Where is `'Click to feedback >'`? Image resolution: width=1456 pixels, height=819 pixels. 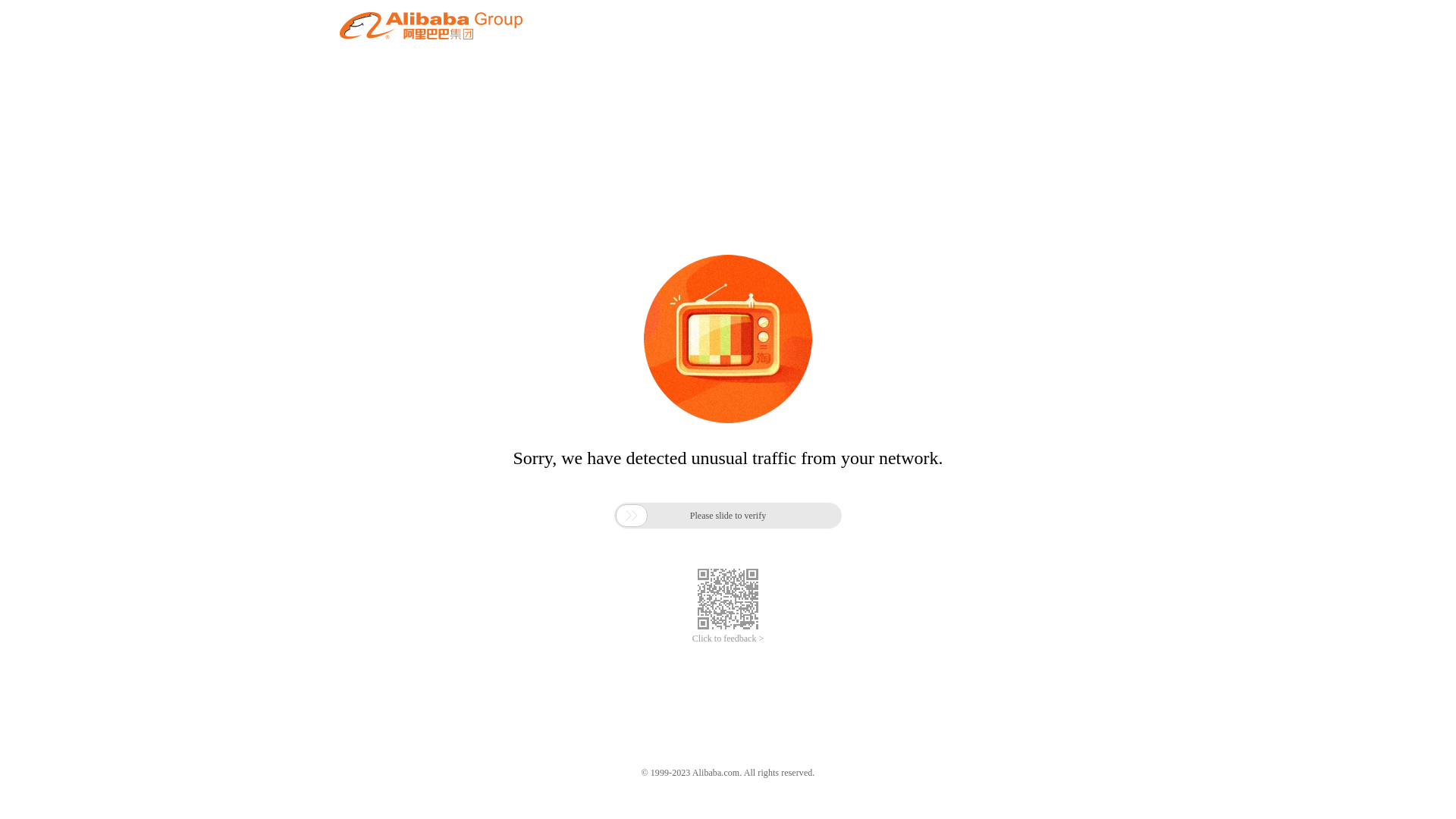 'Click to feedback >' is located at coordinates (728, 639).